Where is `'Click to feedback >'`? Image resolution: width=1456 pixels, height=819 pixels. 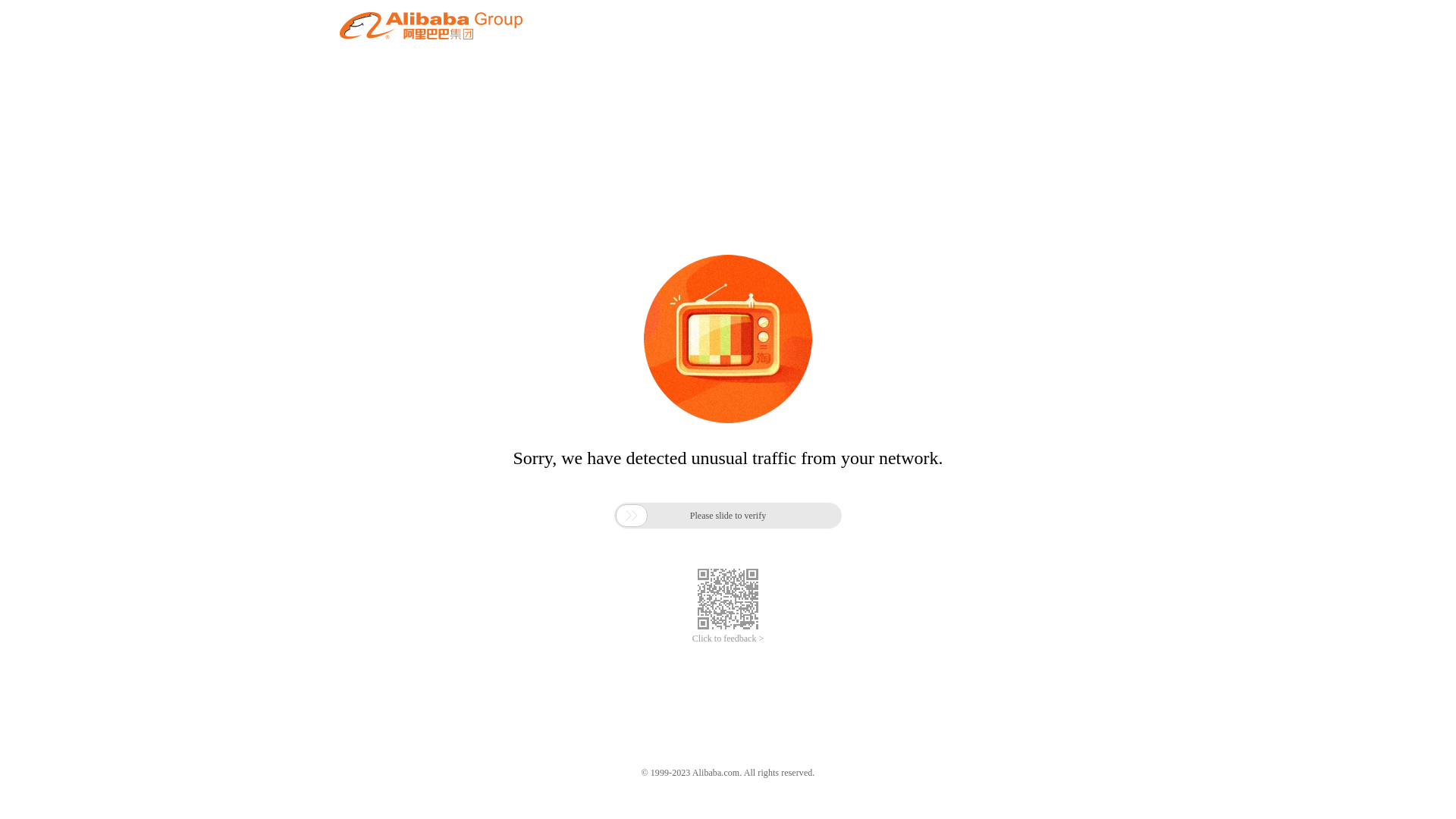 'Click to feedback >' is located at coordinates (728, 639).